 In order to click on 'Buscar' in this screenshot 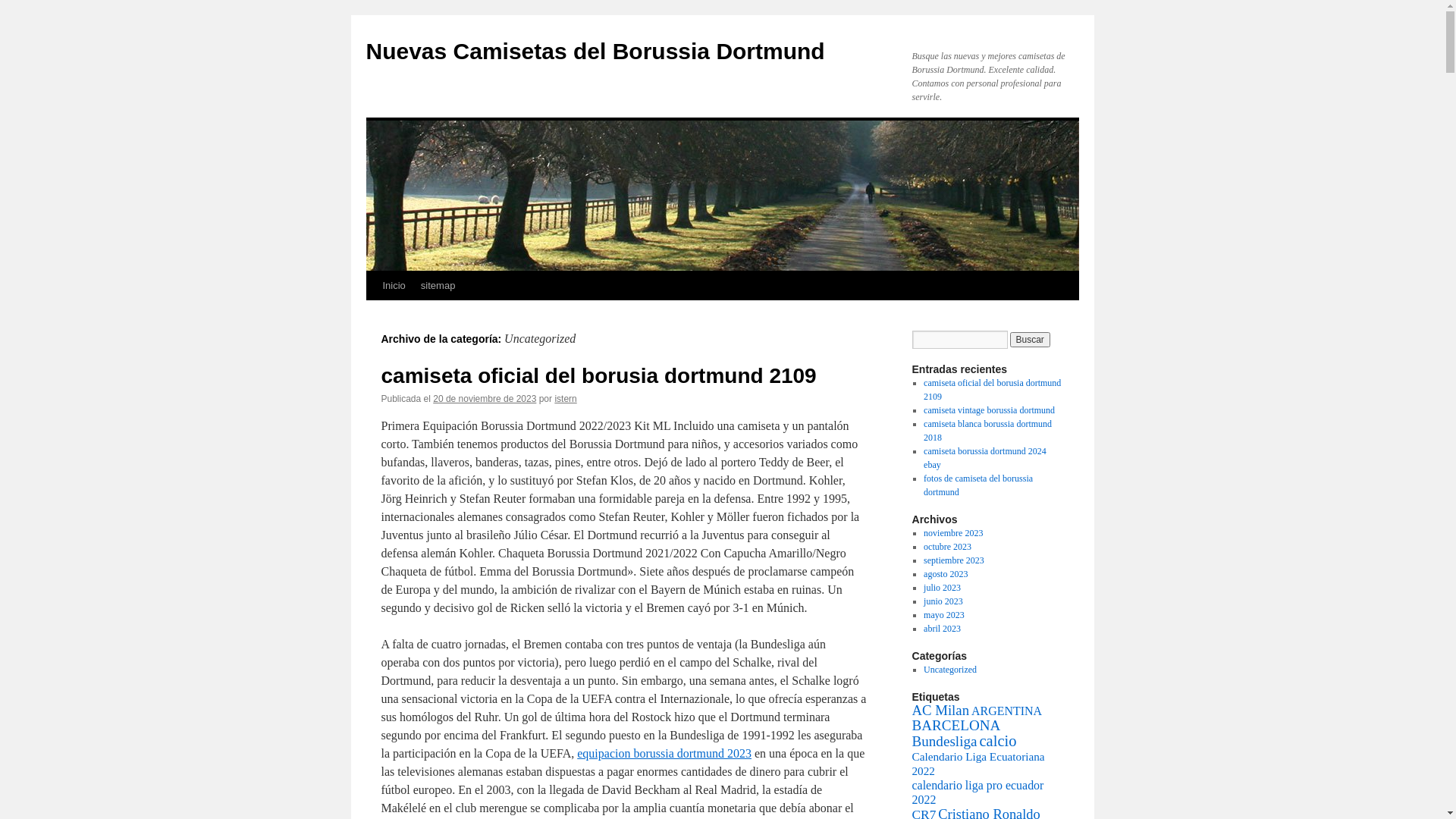, I will do `click(1030, 338)`.